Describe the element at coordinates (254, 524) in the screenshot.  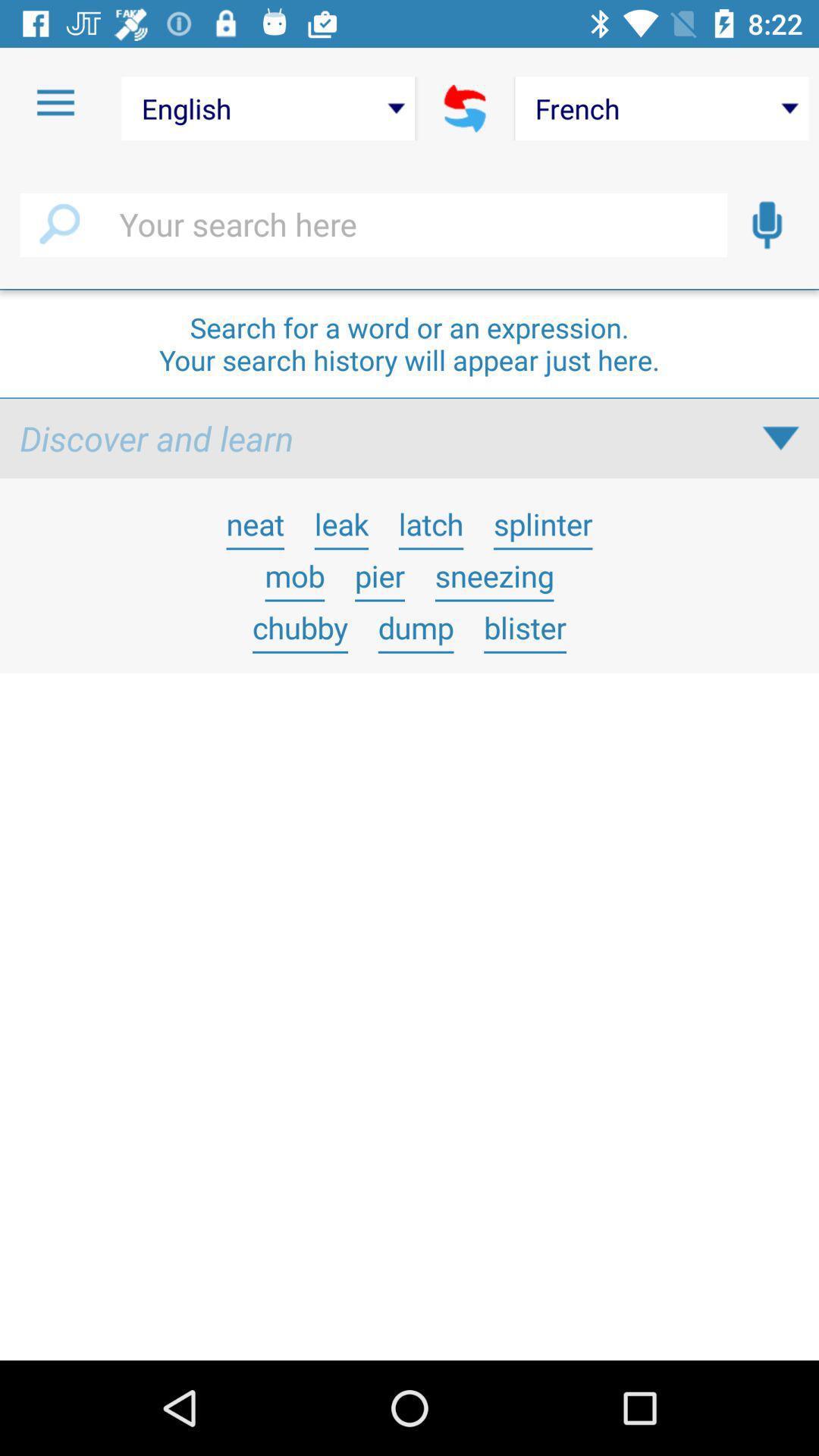
I see `icon below the discover and learn app` at that location.